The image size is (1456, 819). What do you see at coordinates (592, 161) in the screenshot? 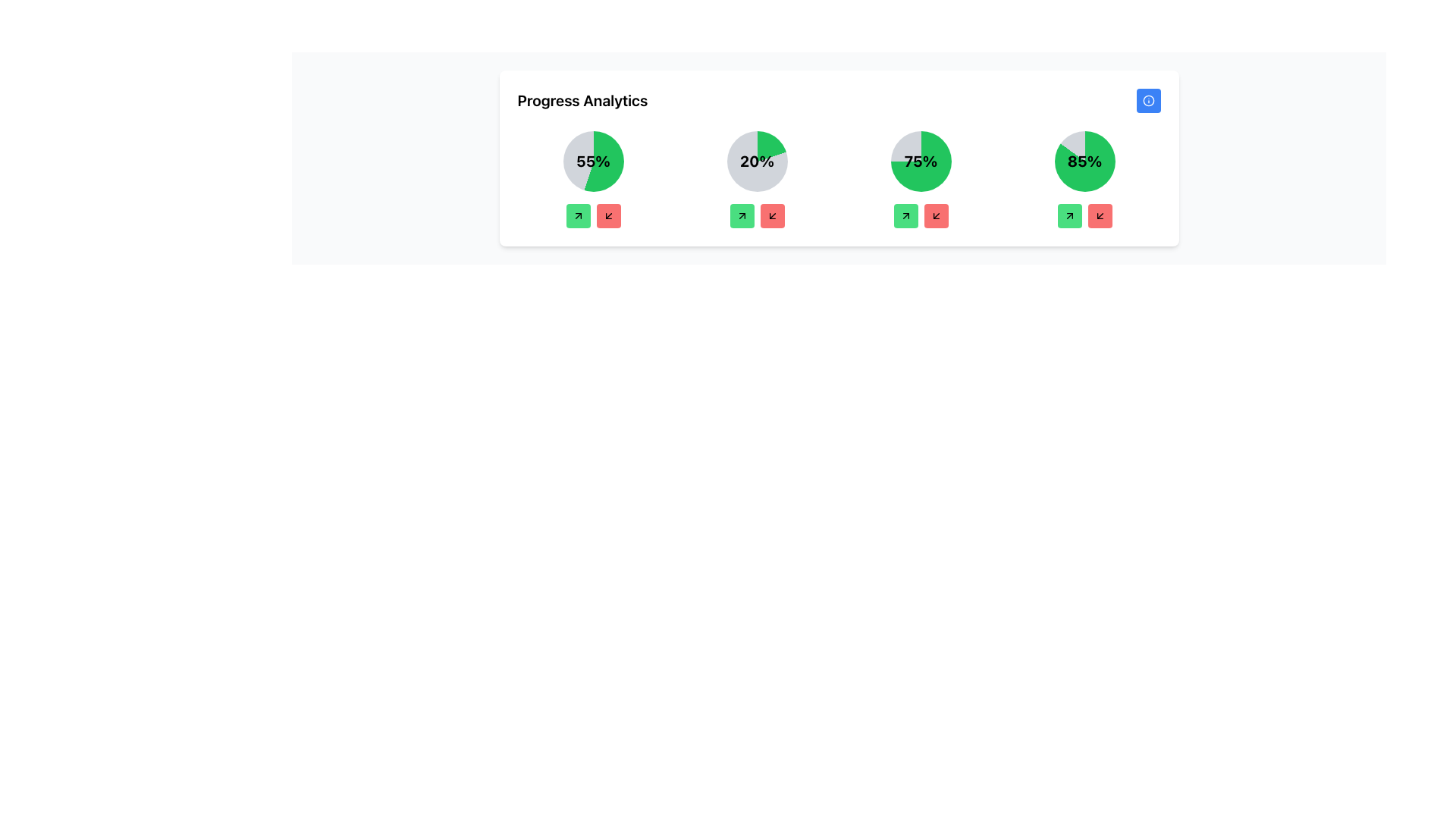
I see `the progress percentage text label in the first circular progress indicator located in the 'Progress Analytics' section near the top of the interface` at bounding box center [592, 161].